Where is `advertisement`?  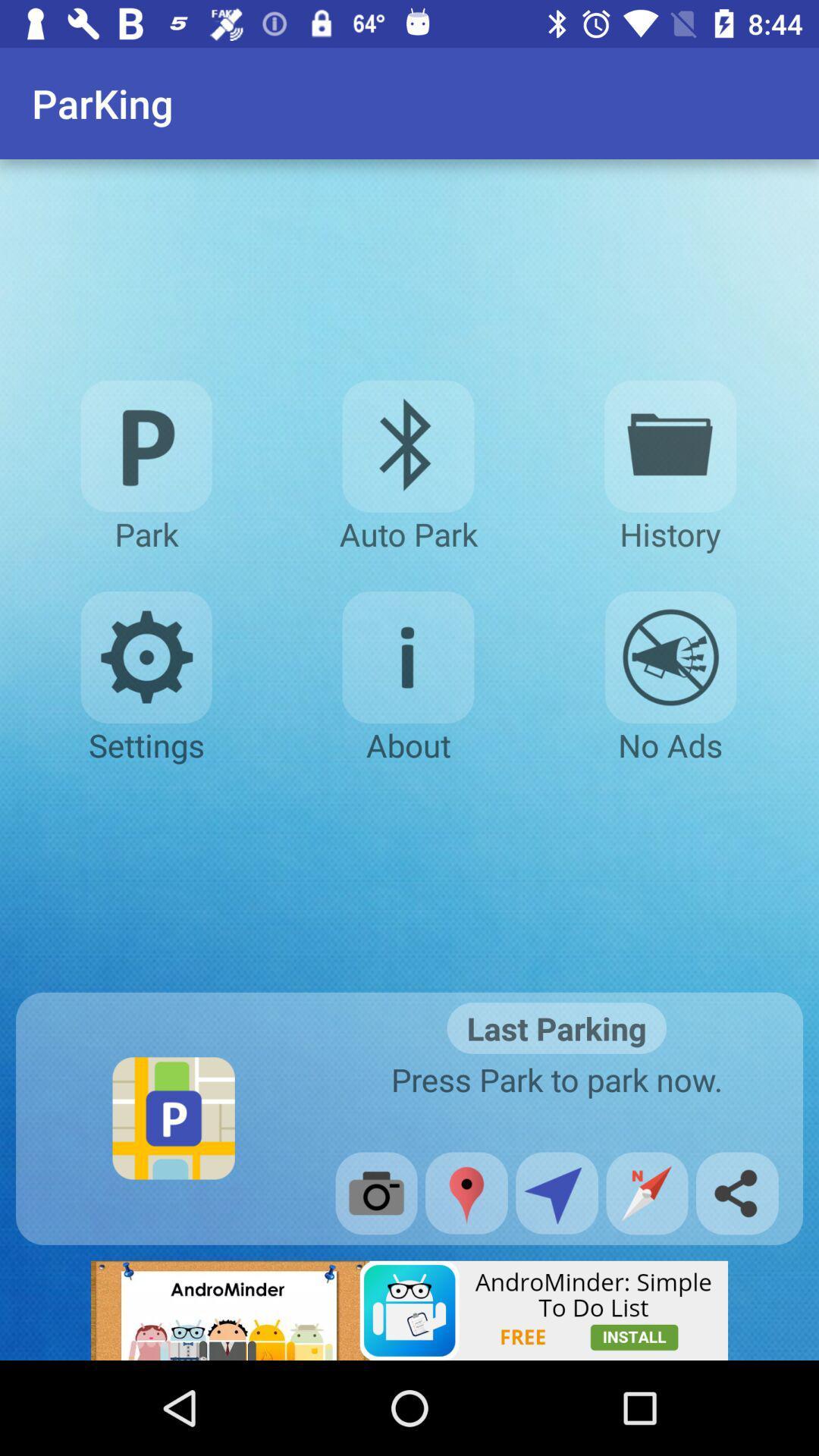 advertisement is located at coordinates (409, 1310).